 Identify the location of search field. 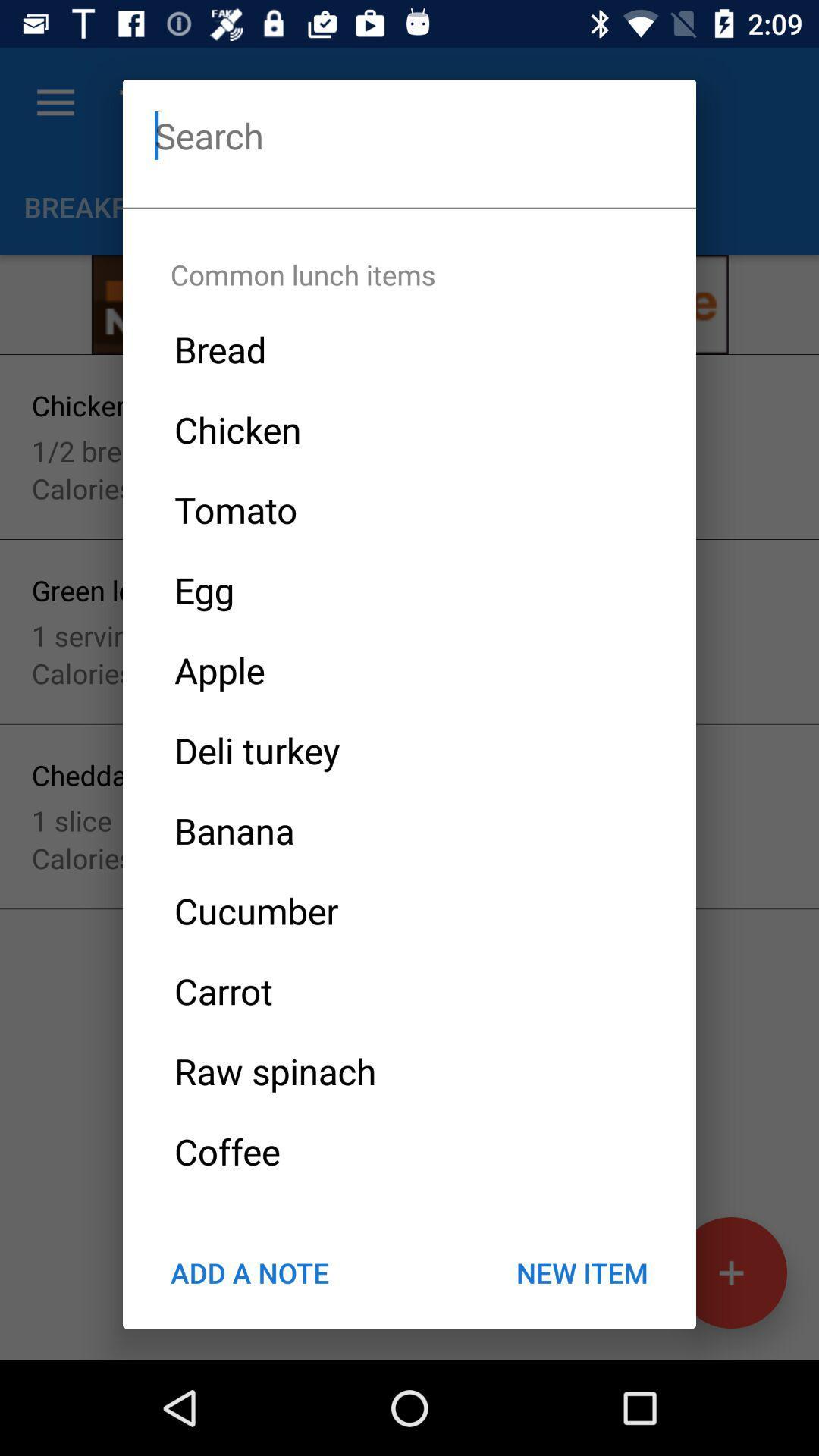
(409, 135).